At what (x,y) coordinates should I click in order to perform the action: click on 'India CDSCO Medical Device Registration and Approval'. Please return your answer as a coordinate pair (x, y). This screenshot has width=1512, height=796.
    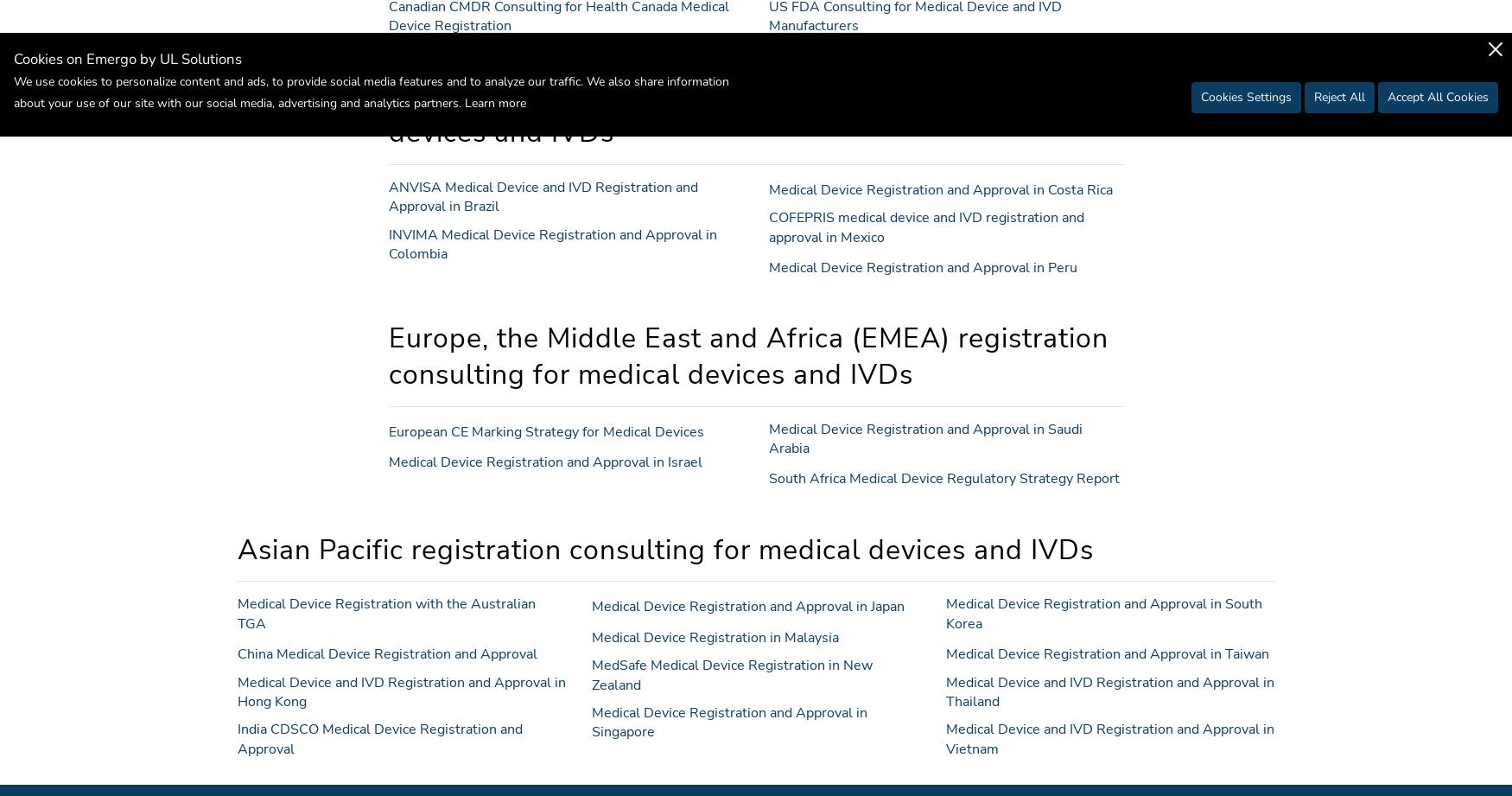
    Looking at the image, I should click on (379, 737).